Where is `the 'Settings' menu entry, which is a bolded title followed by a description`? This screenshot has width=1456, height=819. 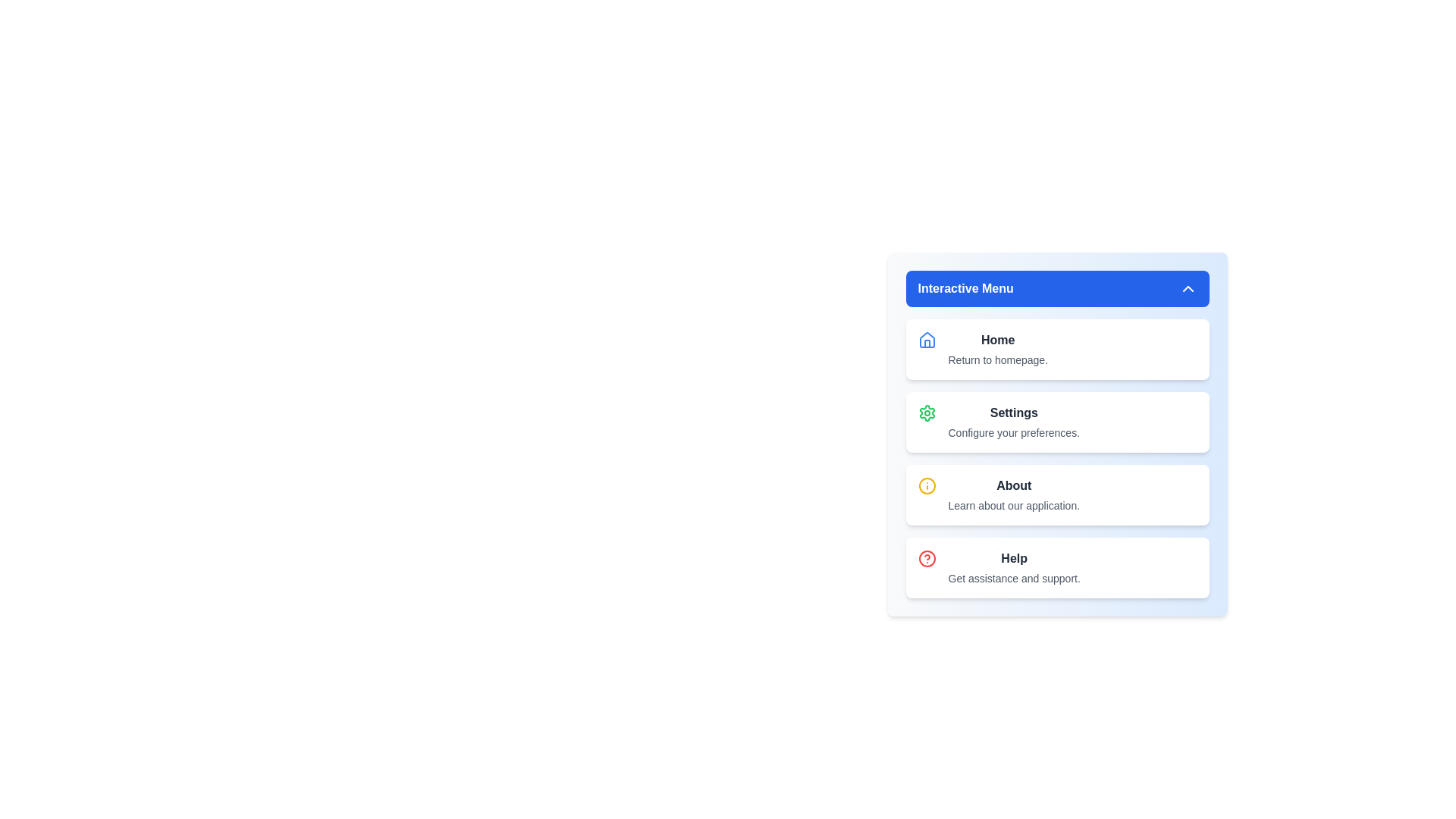 the 'Settings' menu entry, which is a bolded title followed by a description is located at coordinates (1014, 422).